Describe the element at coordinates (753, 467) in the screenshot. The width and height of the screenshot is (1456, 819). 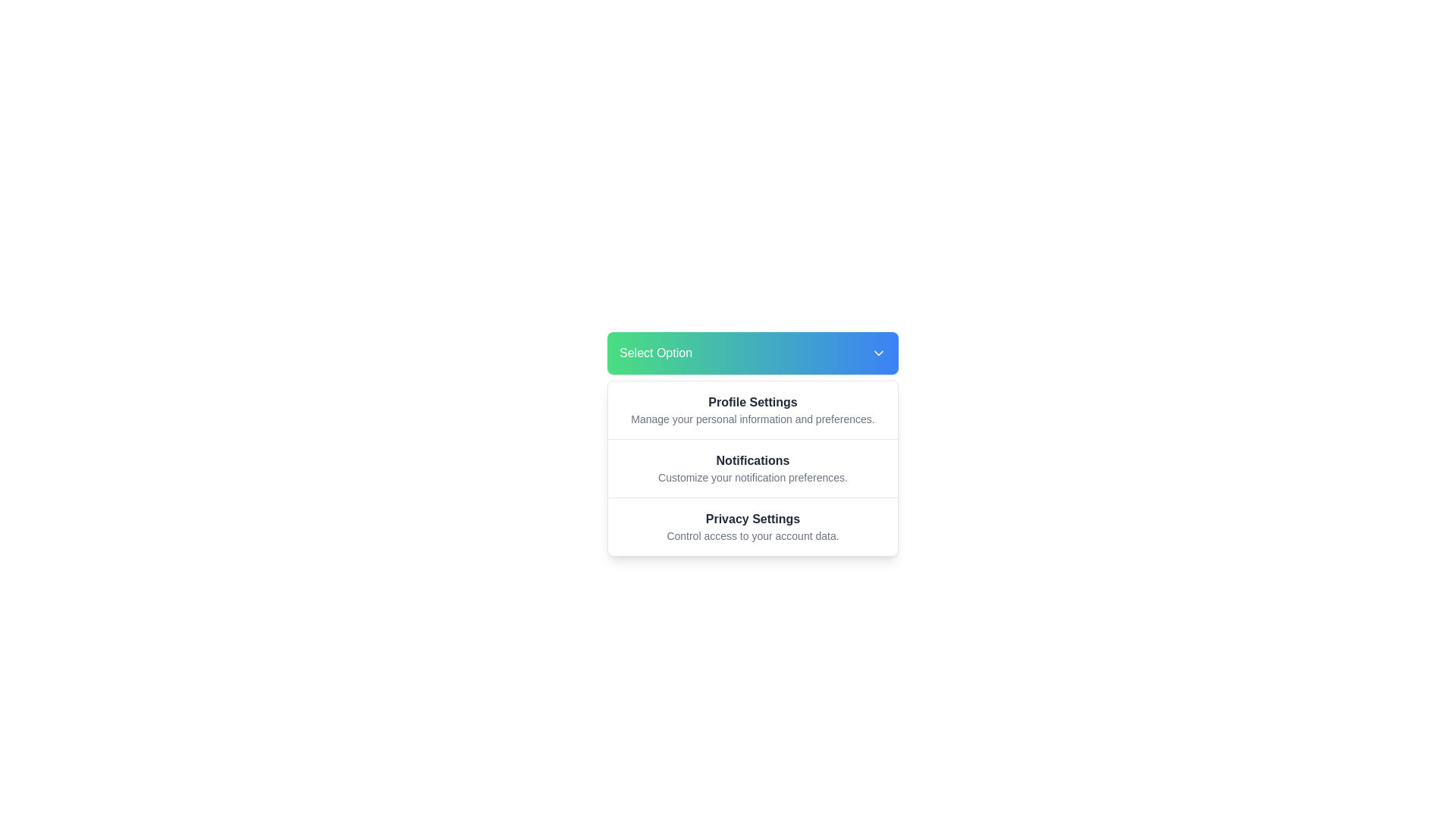
I see `the dropdown menu located below the 'Select Option' button` at that location.